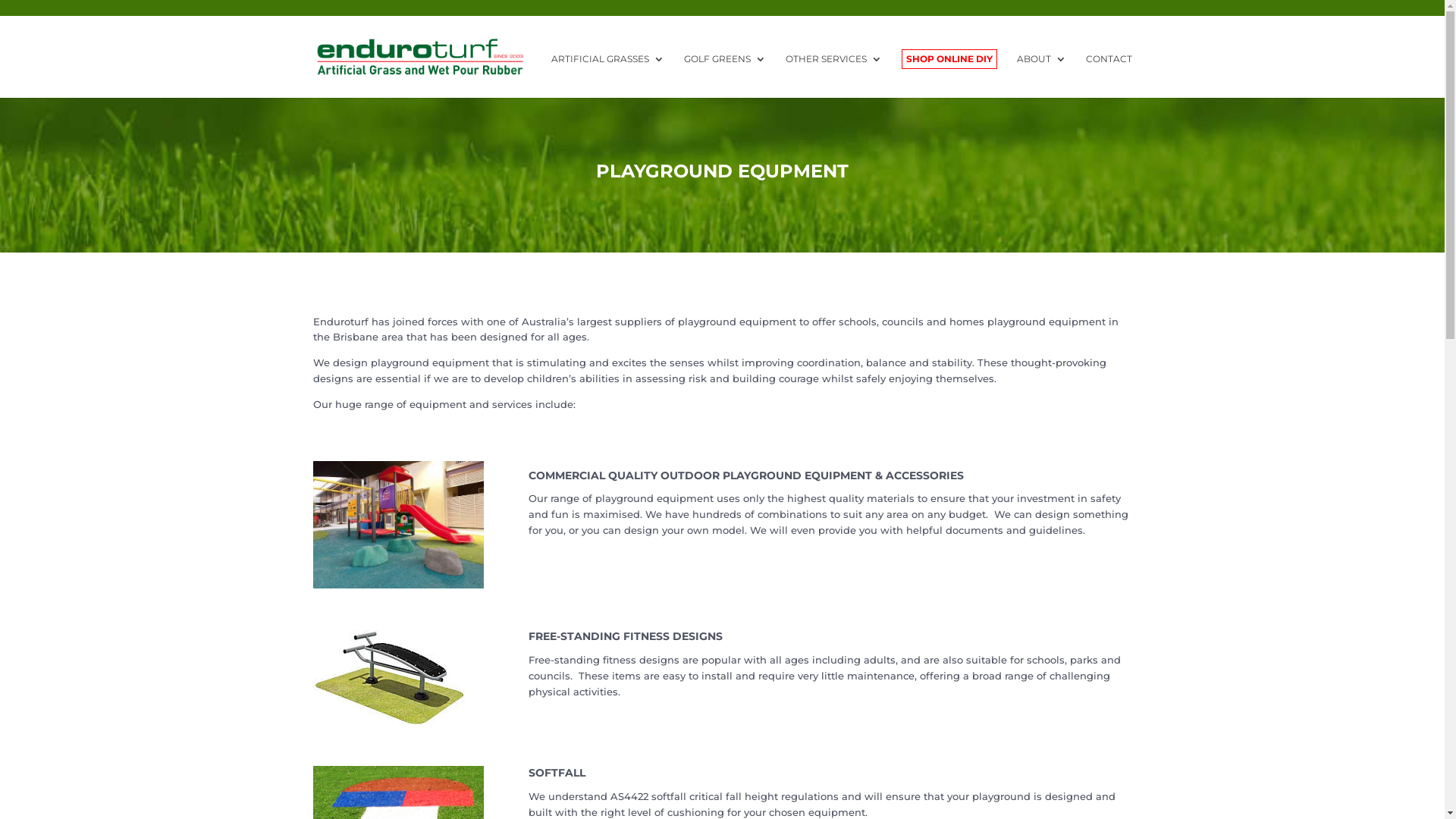 This screenshot has height=819, width=1456. What do you see at coordinates (1040, 76) in the screenshot?
I see `'ABOUT'` at bounding box center [1040, 76].